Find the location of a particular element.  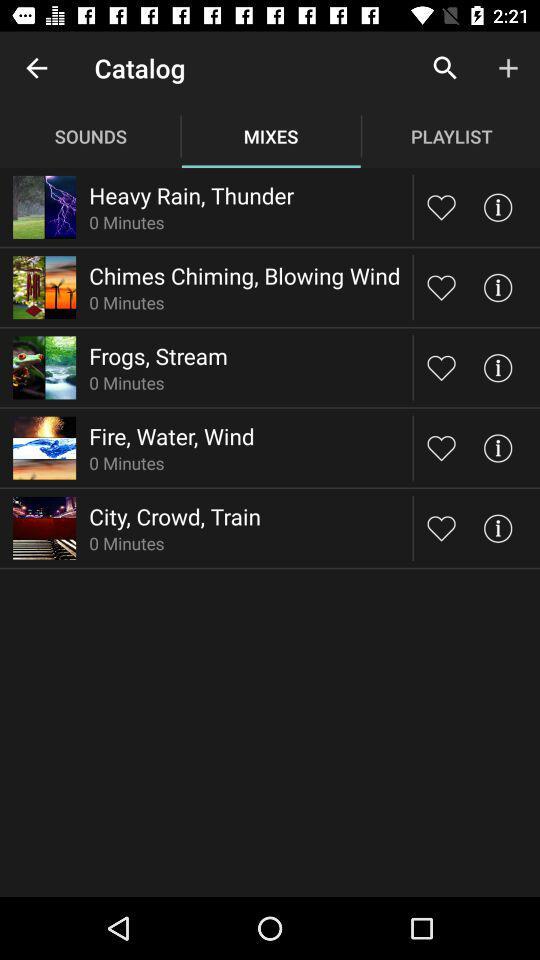

icon above playlist item is located at coordinates (445, 68).